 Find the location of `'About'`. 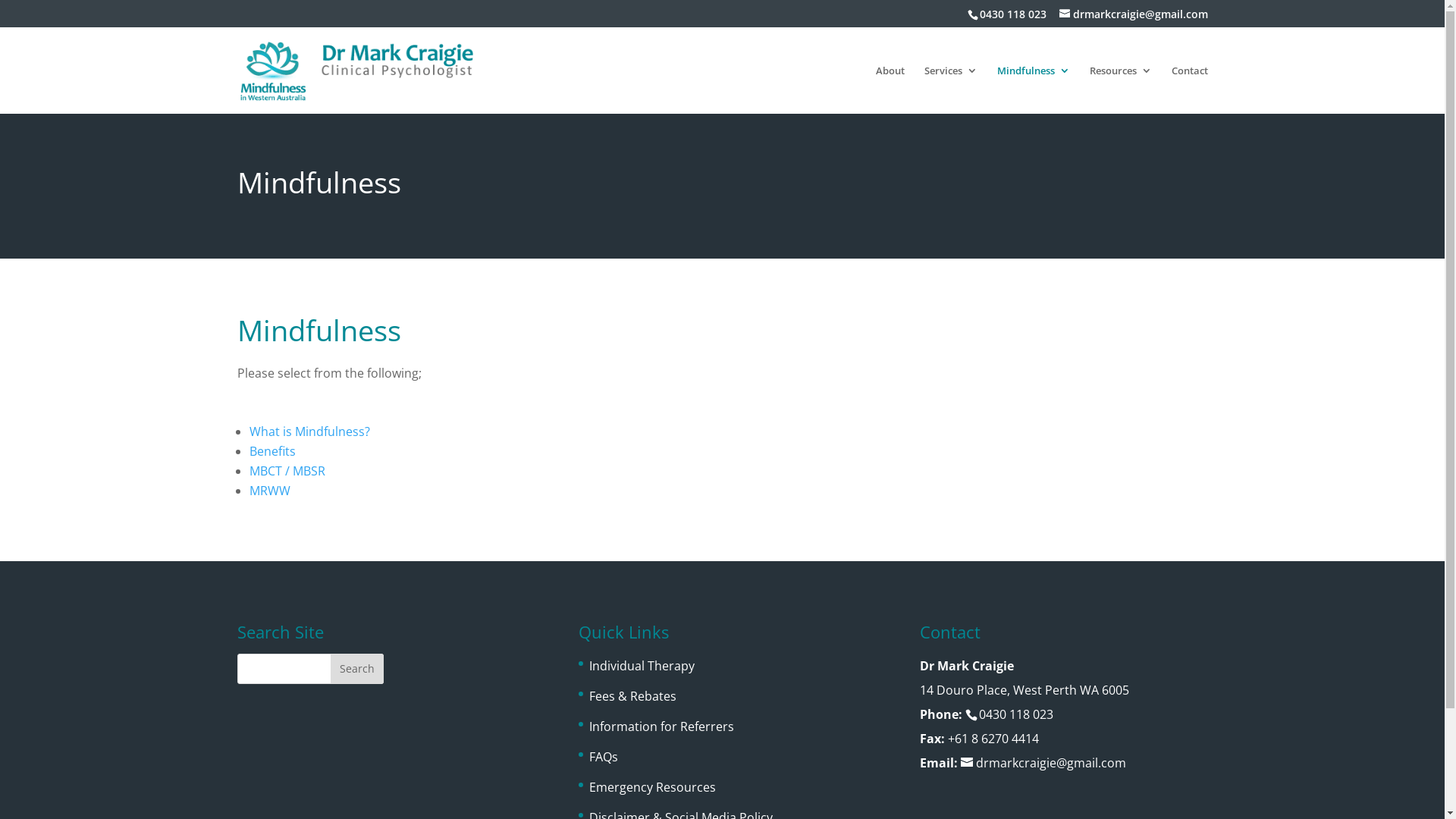

'About' is located at coordinates (874, 89).